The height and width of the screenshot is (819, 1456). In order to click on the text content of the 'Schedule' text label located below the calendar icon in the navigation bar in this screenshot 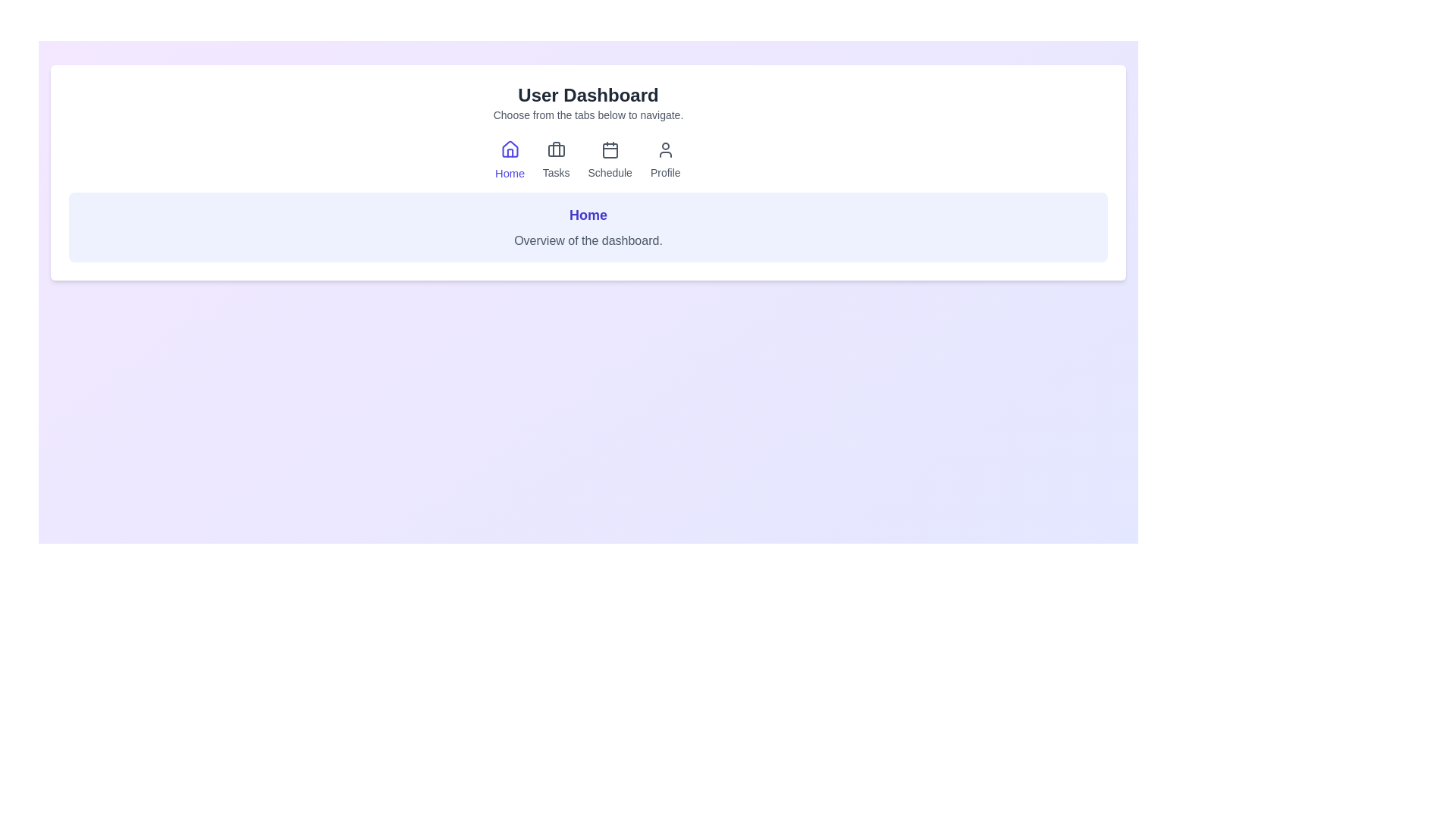, I will do `click(610, 171)`.